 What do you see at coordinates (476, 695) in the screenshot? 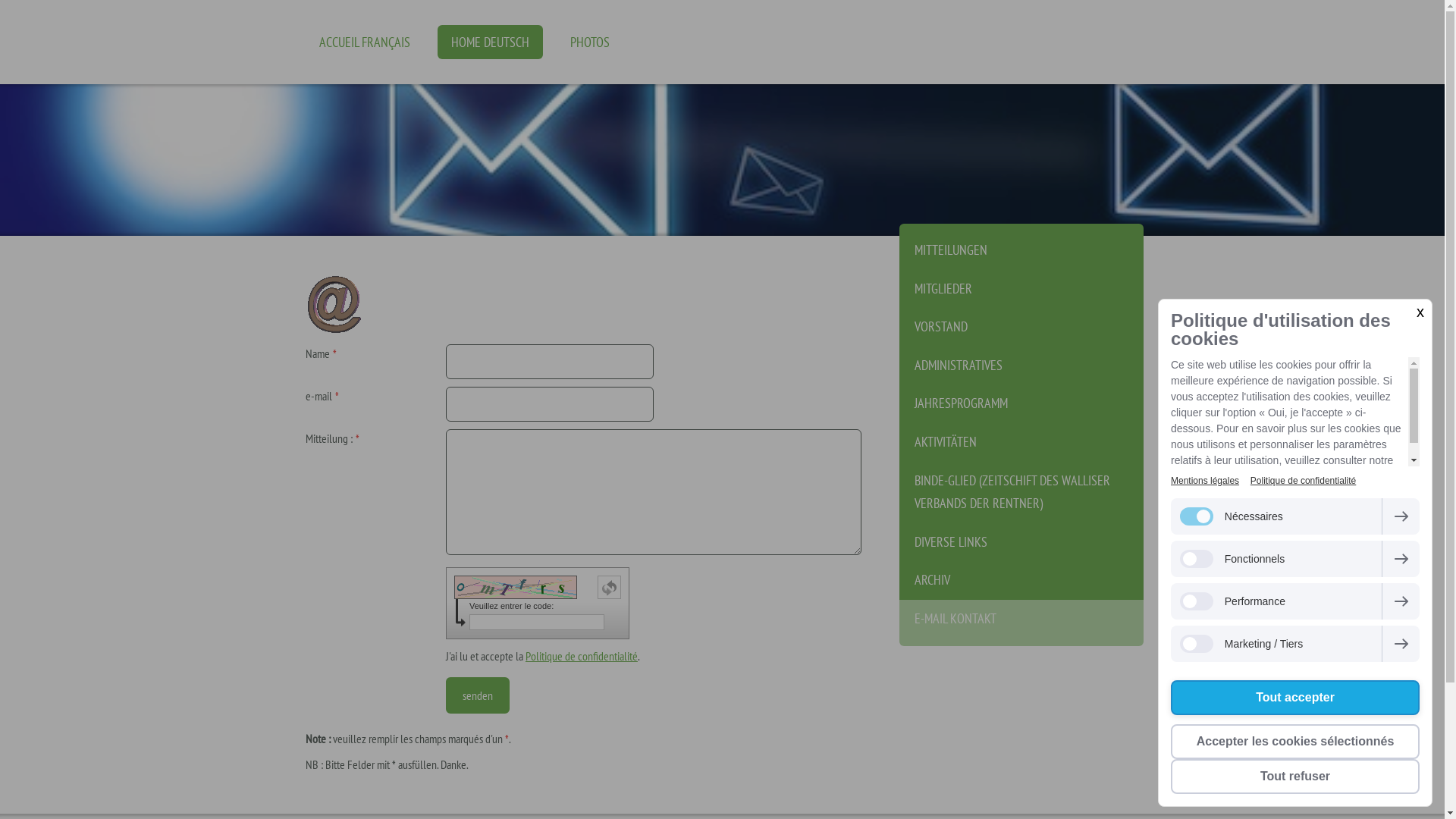
I see `'senden'` at bounding box center [476, 695].